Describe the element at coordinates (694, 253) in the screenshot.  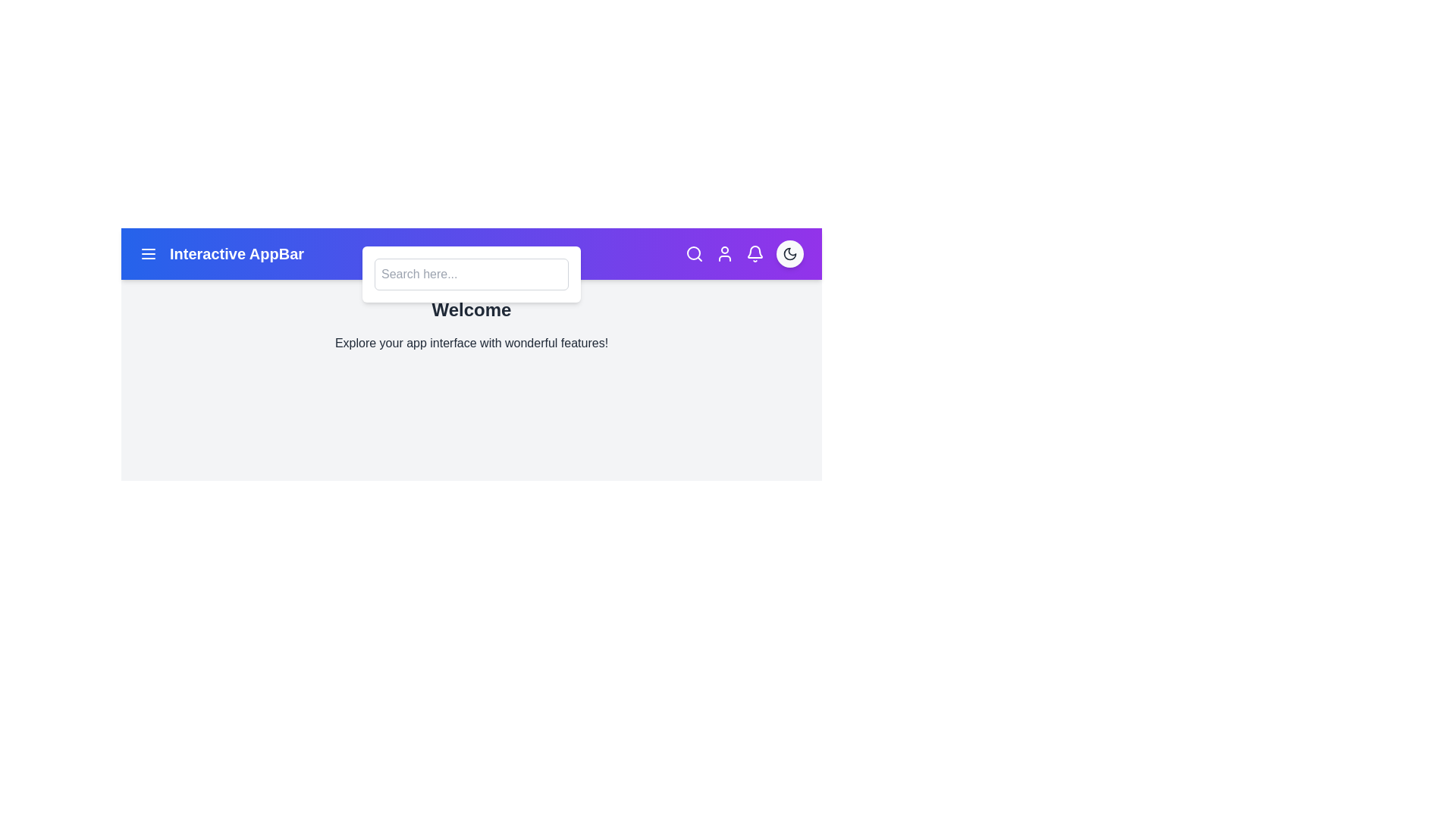
I see `the search icon to toggle the visibility of the search bar` at that location.